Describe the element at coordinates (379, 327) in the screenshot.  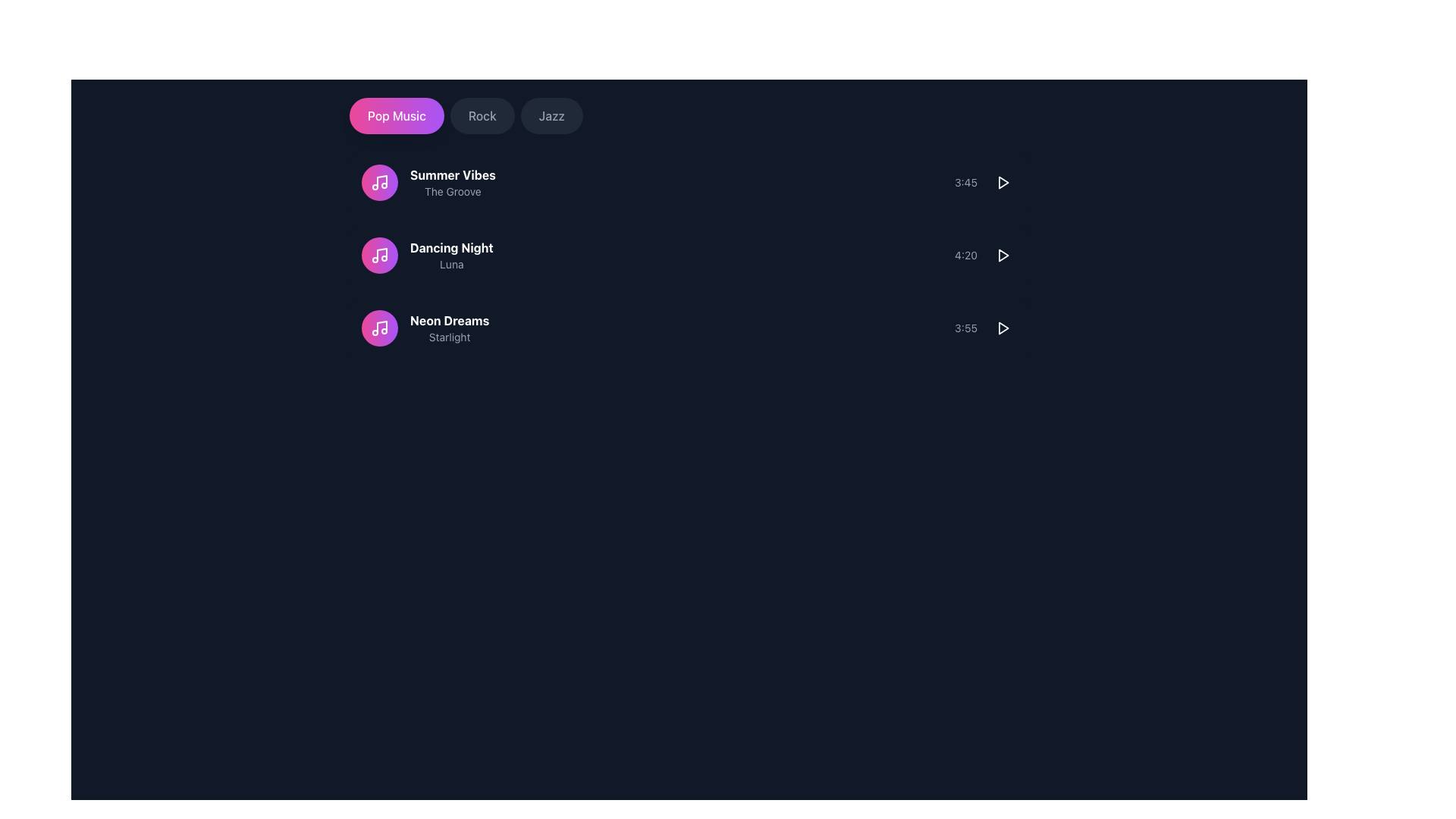
I see `the music track icon for 'Neon Dreams', which is the third icon in the third row of the music item list` at that location.